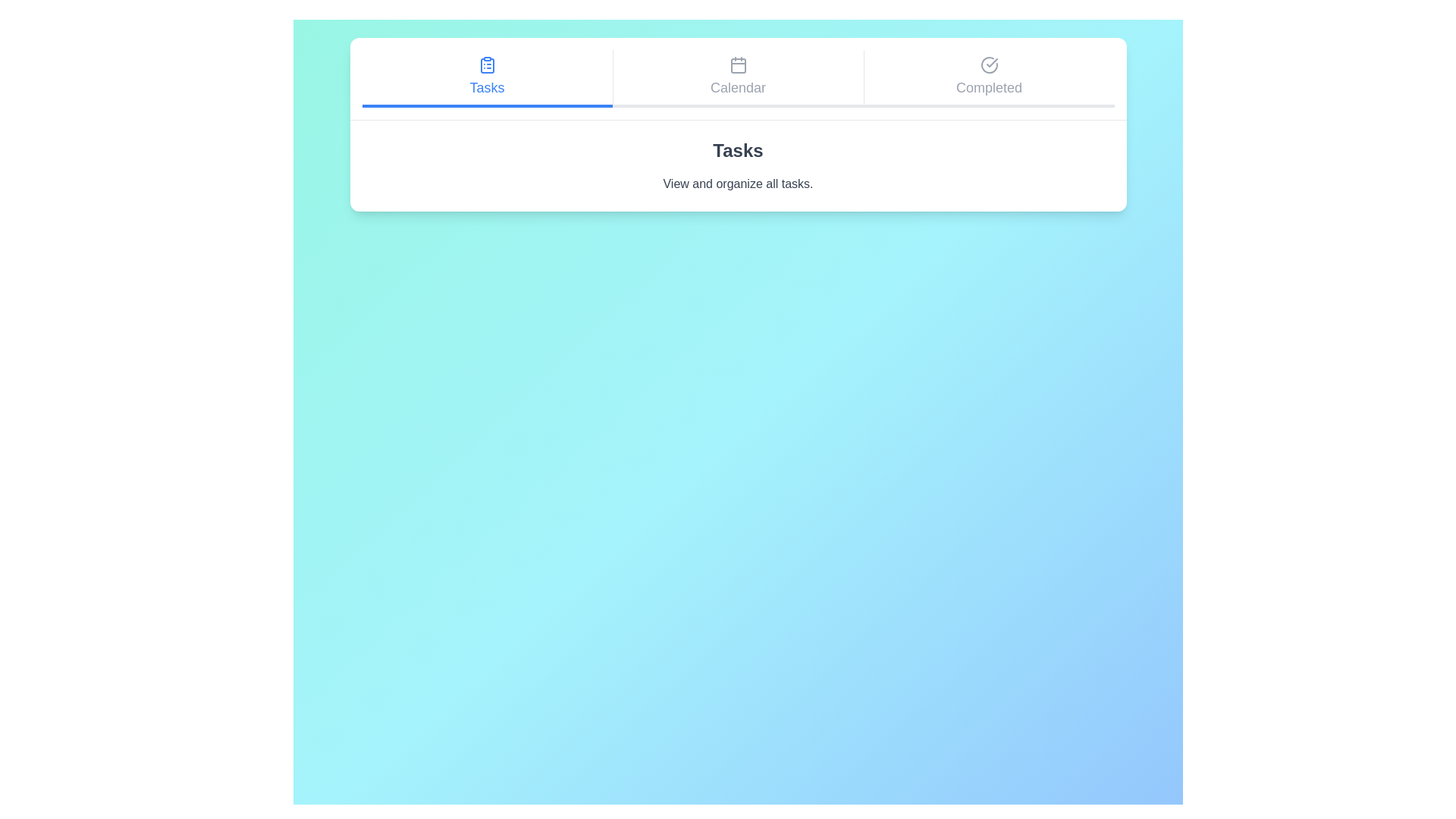 Image resolution: width=1456 pixels, height=819 pixels. What do you see at coordinates (738, 79) in the screenshot?
I see `the Calendar tab by clicking on it` at bounding box center [738, 79].